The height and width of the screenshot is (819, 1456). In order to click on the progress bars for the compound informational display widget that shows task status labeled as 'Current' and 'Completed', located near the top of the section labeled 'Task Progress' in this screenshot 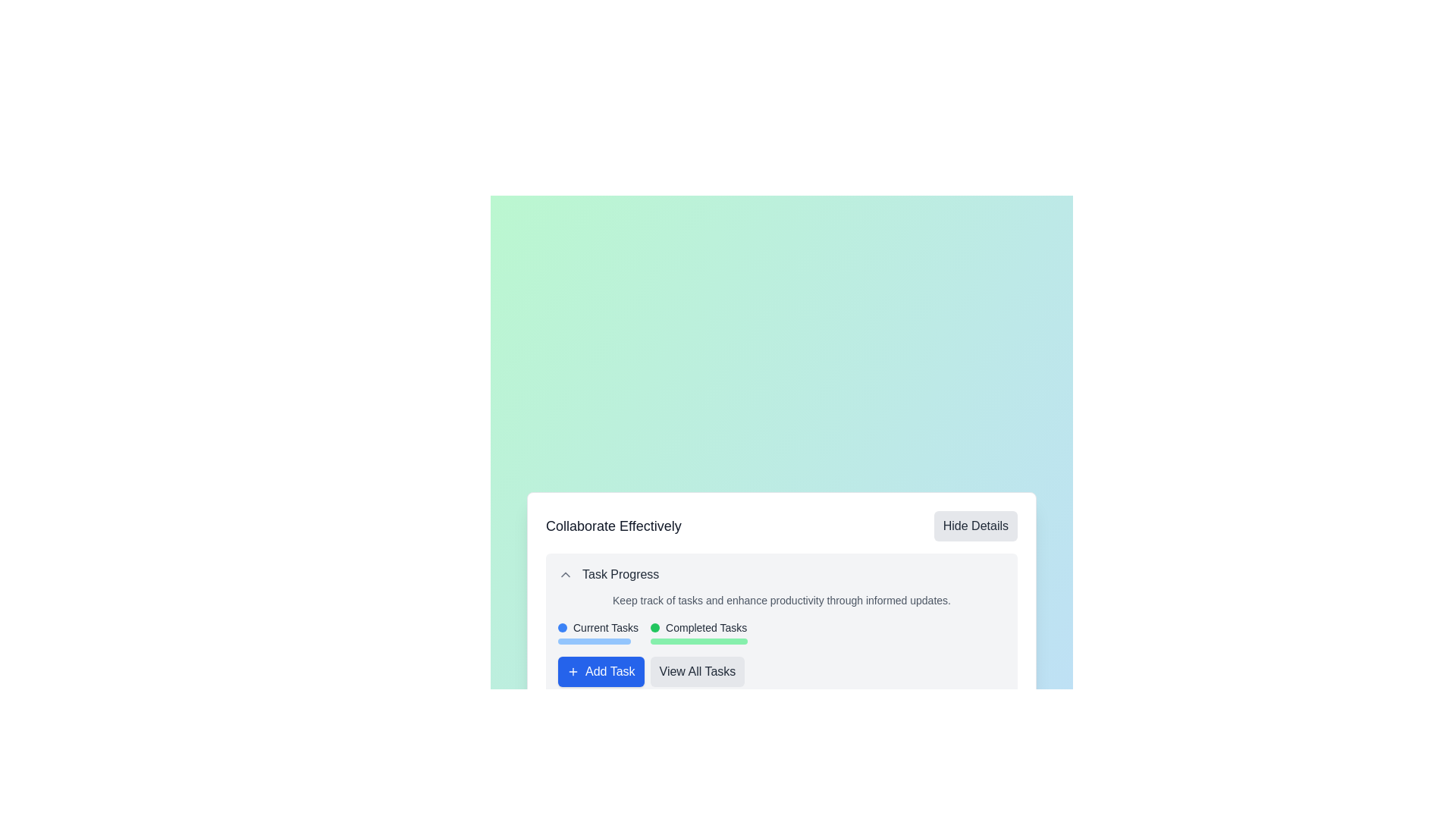, I will do `click(782, 632)`.